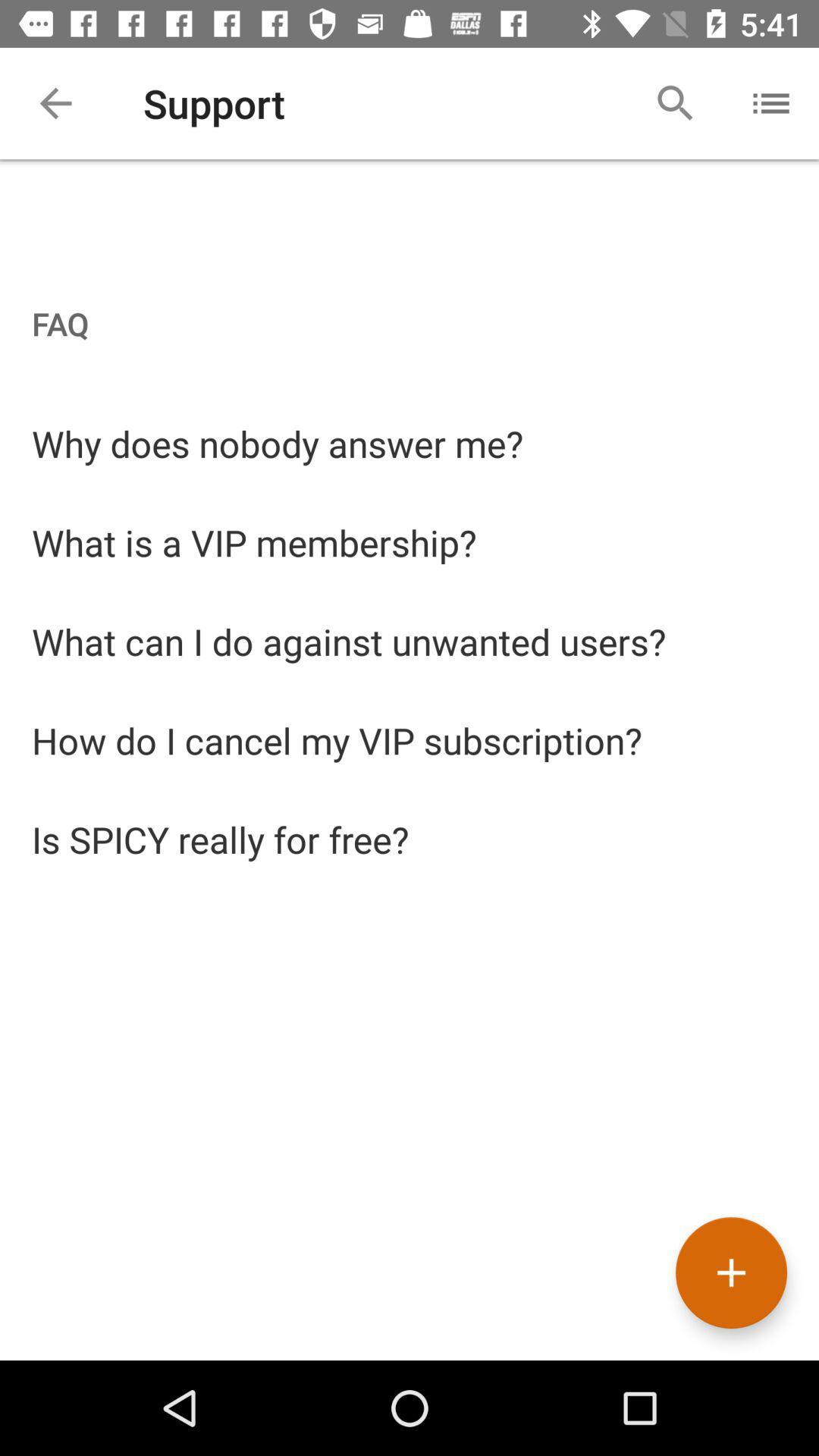 The width and height of the screenshot is (819, 1456). What do you see at coordinates (730, 1272) in the screenshot?
I see `the add icon` at bounding box center [730, 1272].